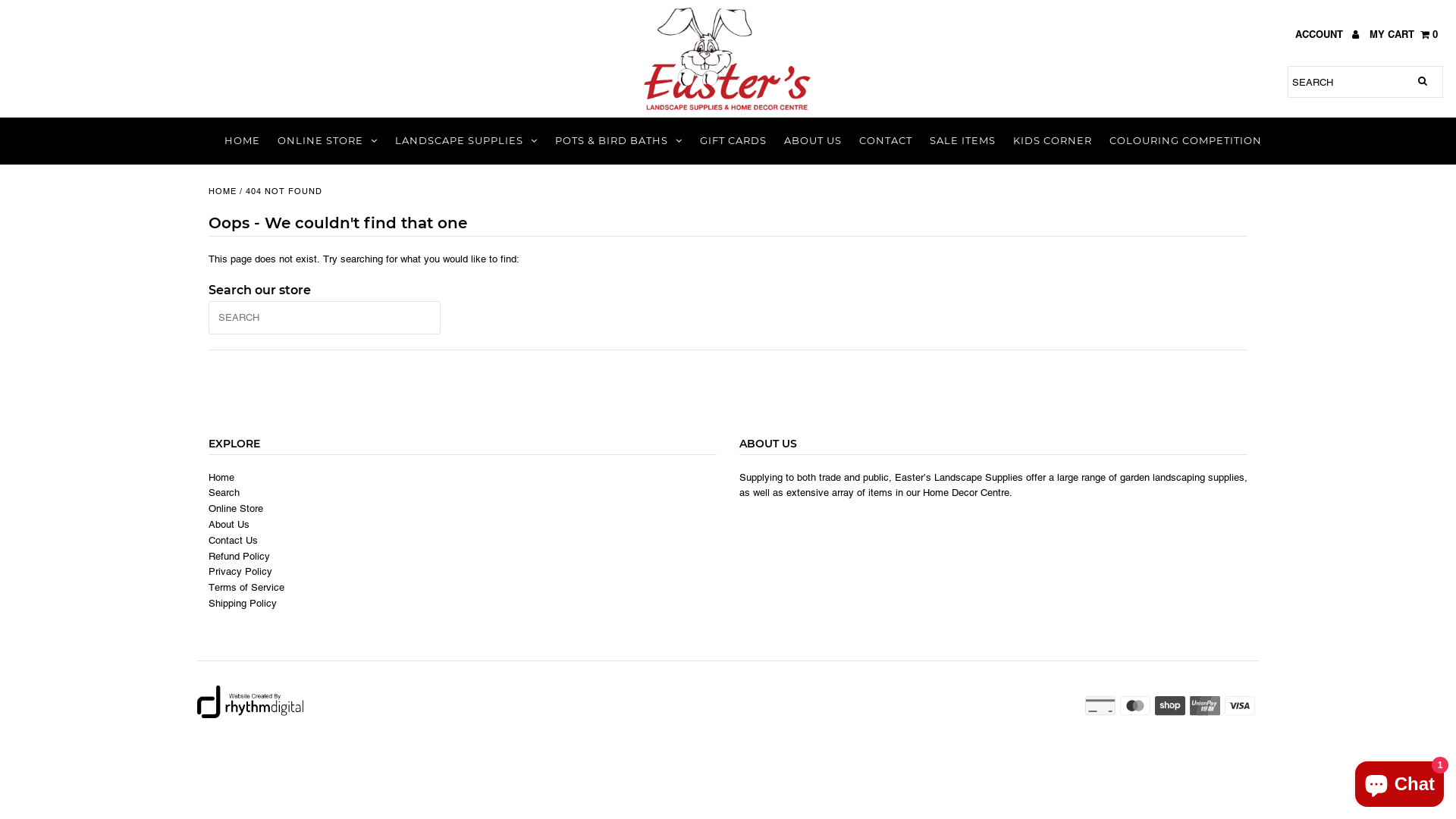 This screenshot has height=819, width=1456. What do you see at coordinates (207, 476) in the screenshot?
I see `'Home'` at bounding box center [207, 476].